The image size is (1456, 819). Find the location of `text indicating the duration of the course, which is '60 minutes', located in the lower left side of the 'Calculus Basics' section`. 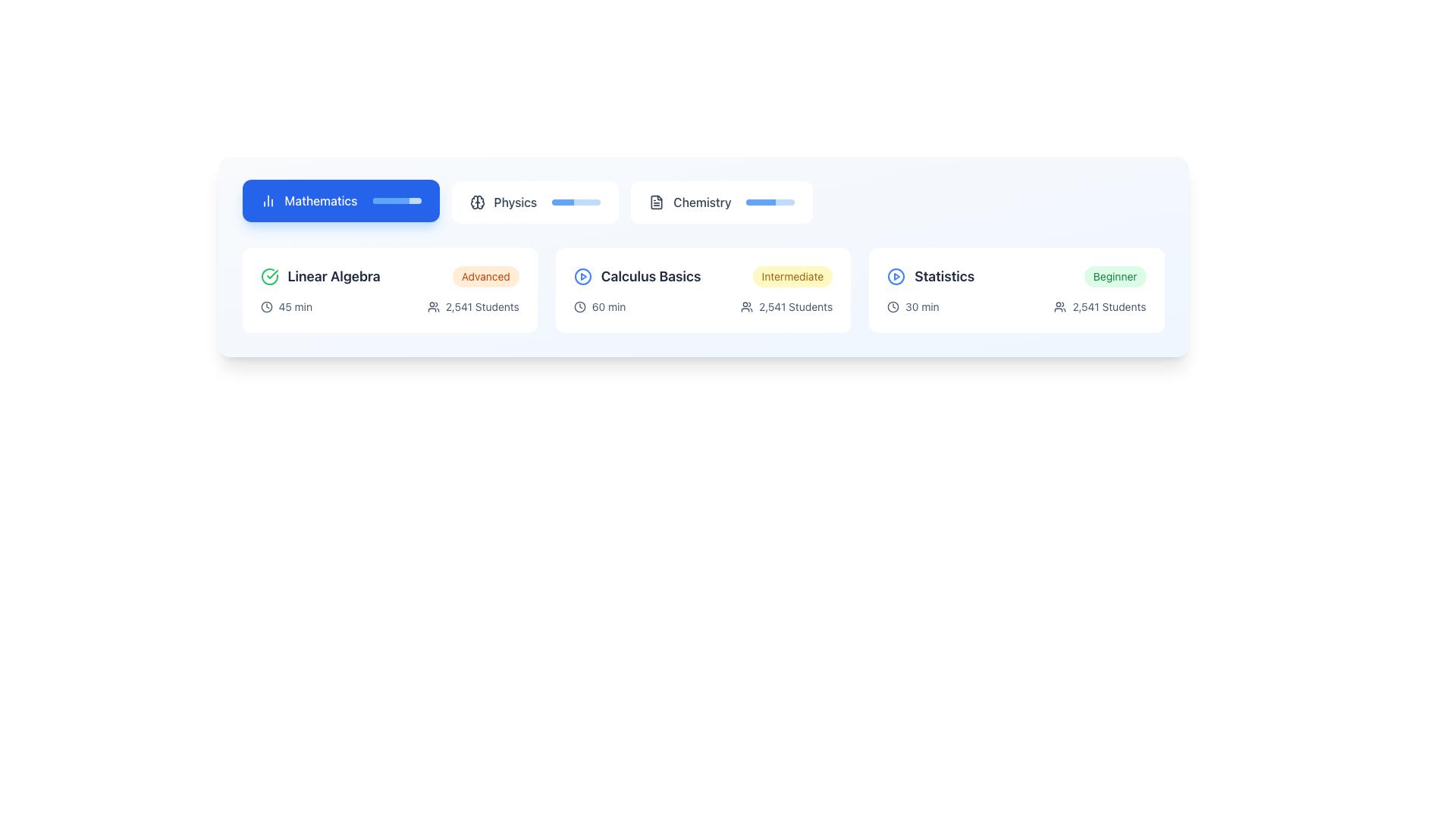

text indicating the duration of the course, which is '60 minutes', located in the lower left side of the 'Calculus Basics' section is located at coordinates (599, 307).